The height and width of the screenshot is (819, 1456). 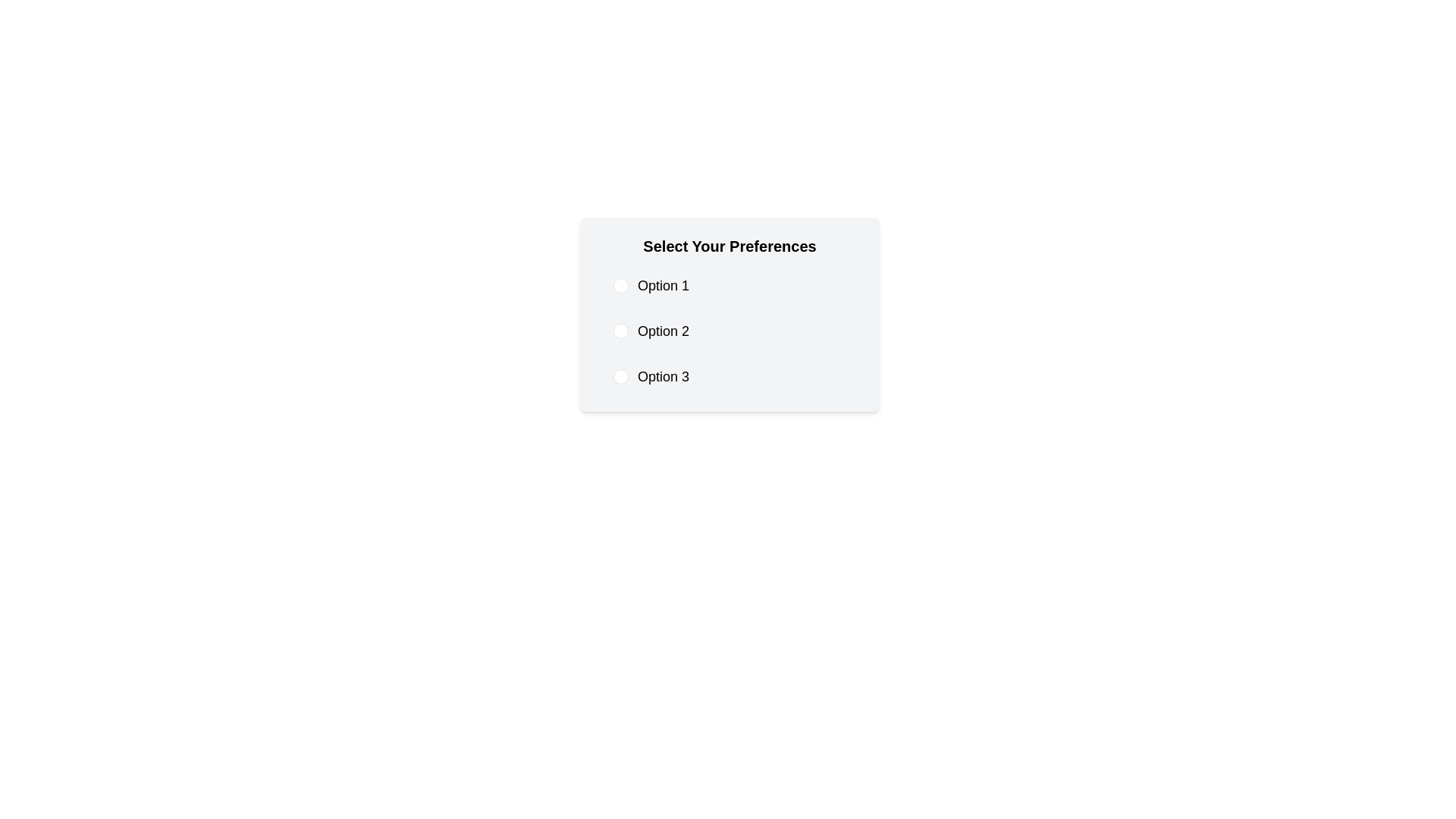 What do you see at coordinates (730, 376) in the screenshot?
I see `the selectable list item labeled 'Option 3'` at bounding box center [730, 376].